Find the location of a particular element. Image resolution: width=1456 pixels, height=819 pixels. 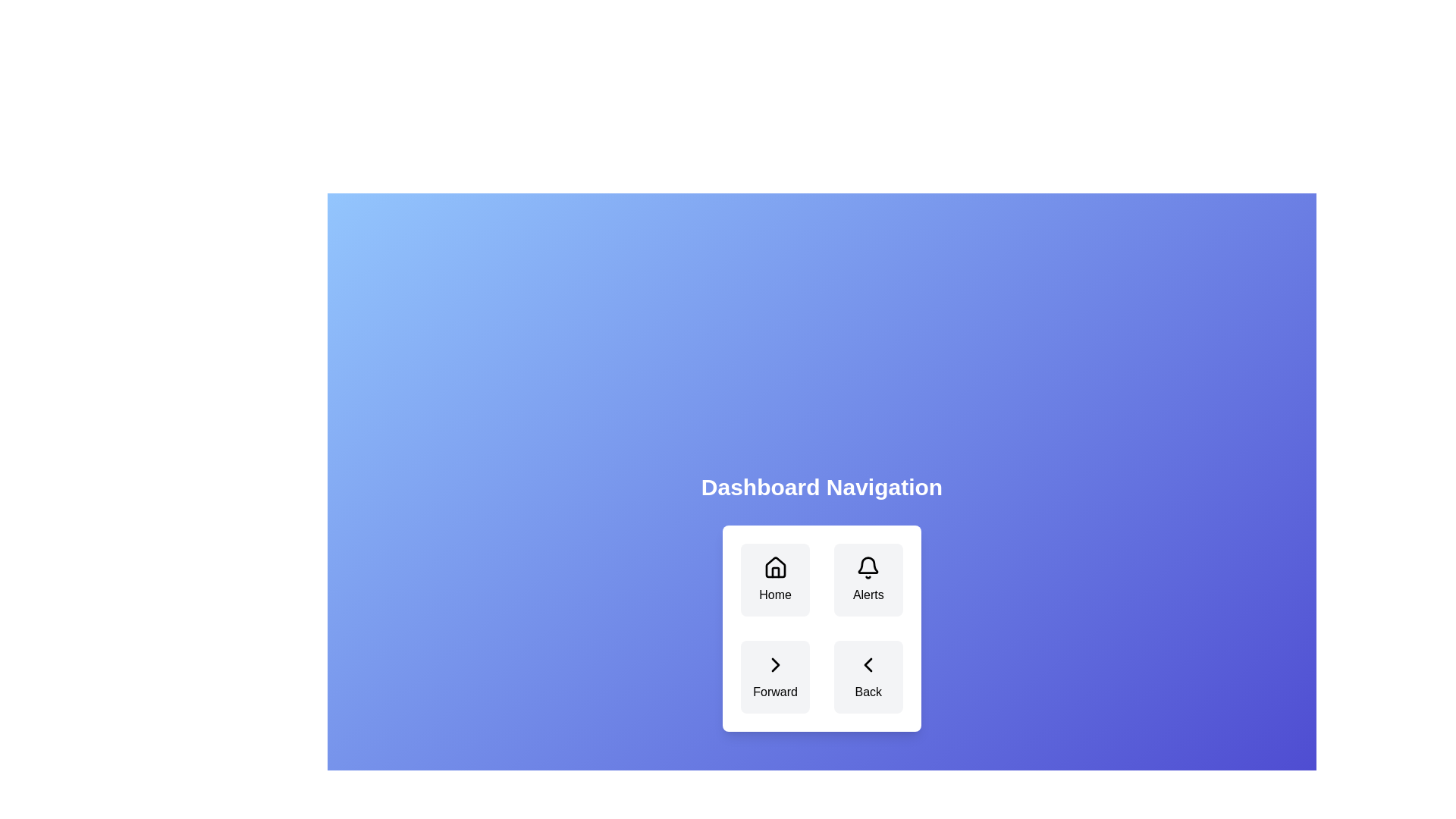

text label 'Alerts' located centrally beneath the bell icon in the top-right button of the four-button grid is located at coordinates (868, 595).